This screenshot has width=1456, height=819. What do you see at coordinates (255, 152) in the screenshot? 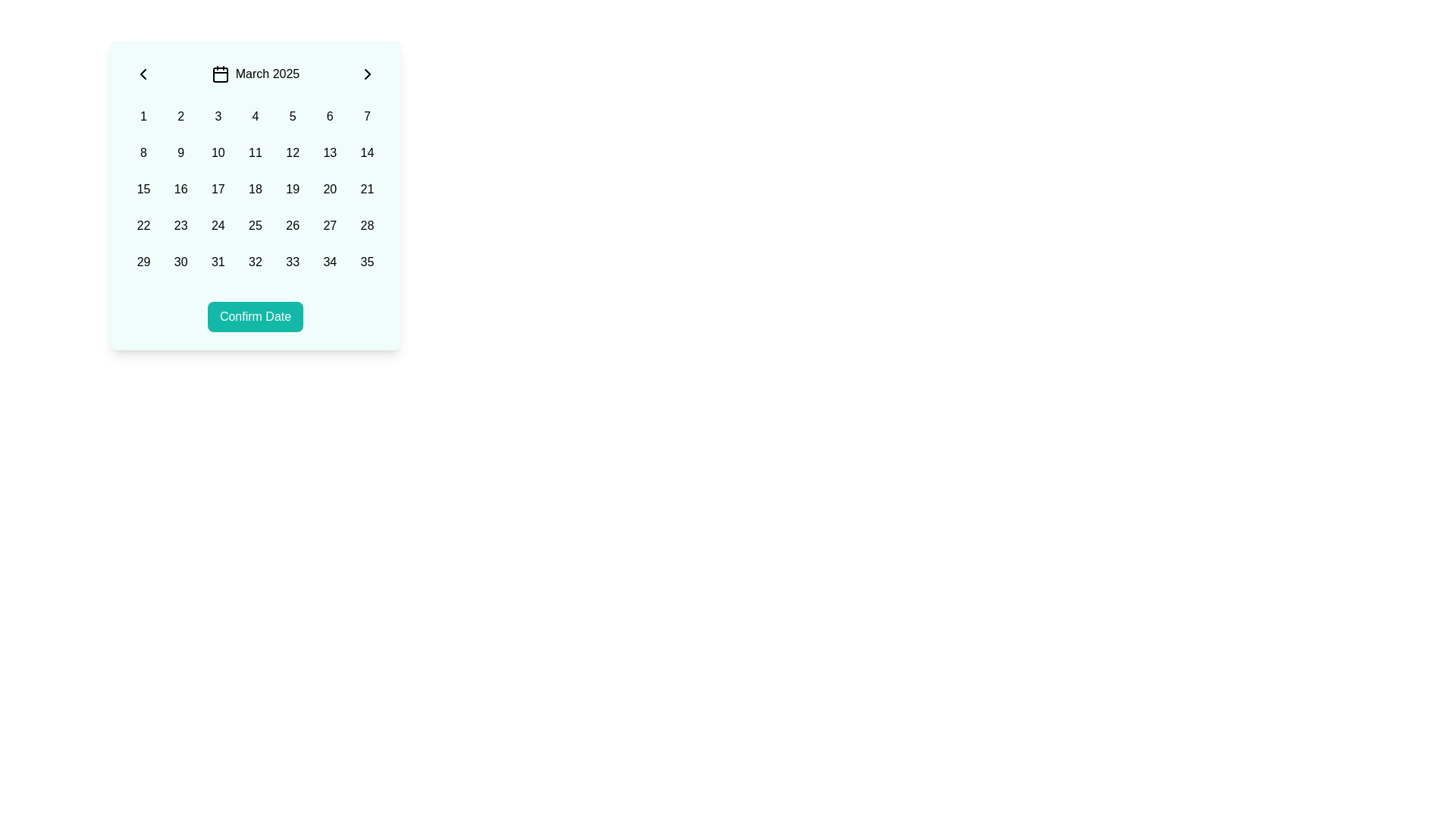
I see `the button displaying the number '11' in the second row, fourth column of the calendar grid` at bounding box center [255, 152].